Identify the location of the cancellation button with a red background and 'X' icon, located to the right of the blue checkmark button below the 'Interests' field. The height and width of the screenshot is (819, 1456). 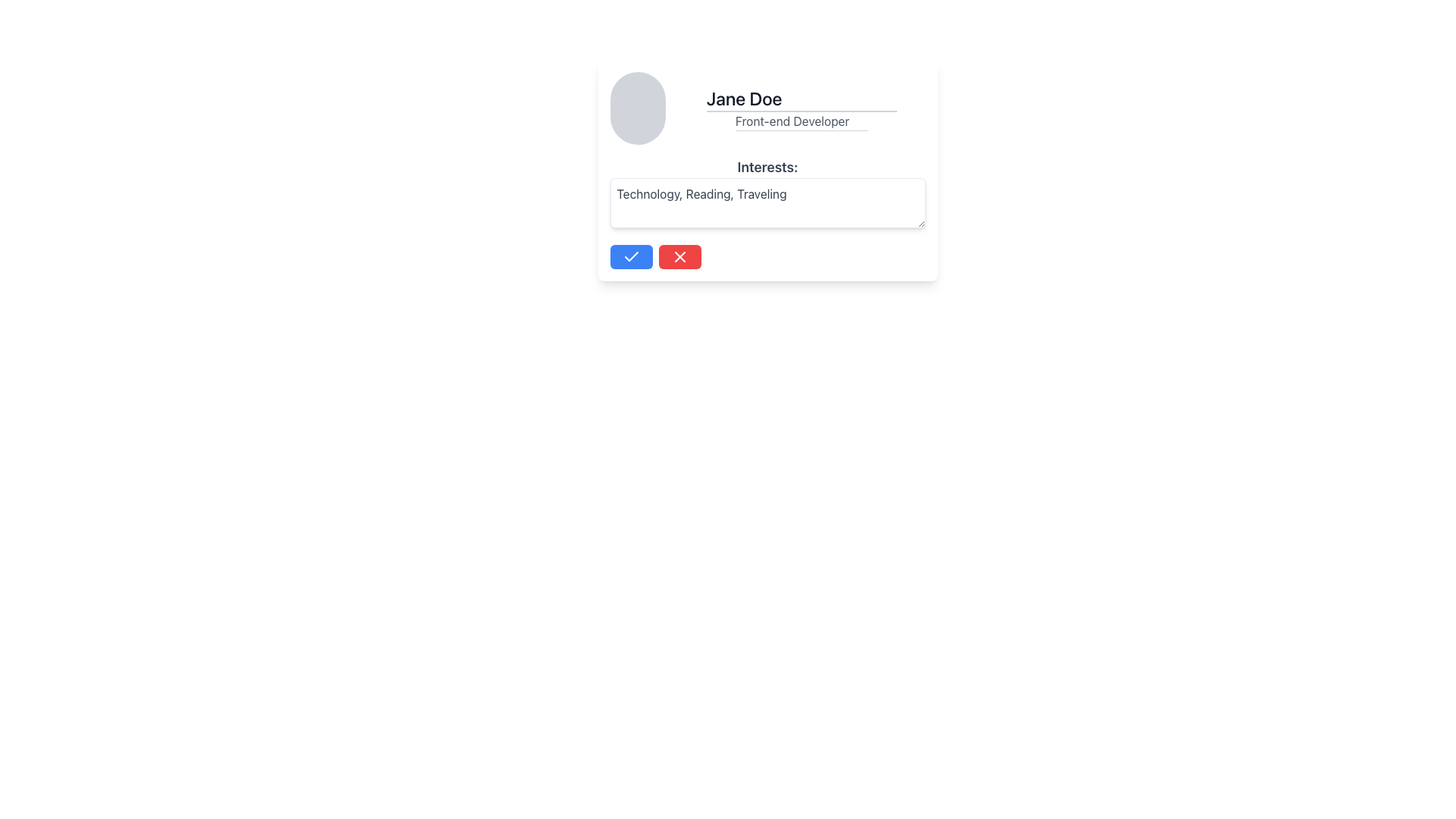
(679, 256).